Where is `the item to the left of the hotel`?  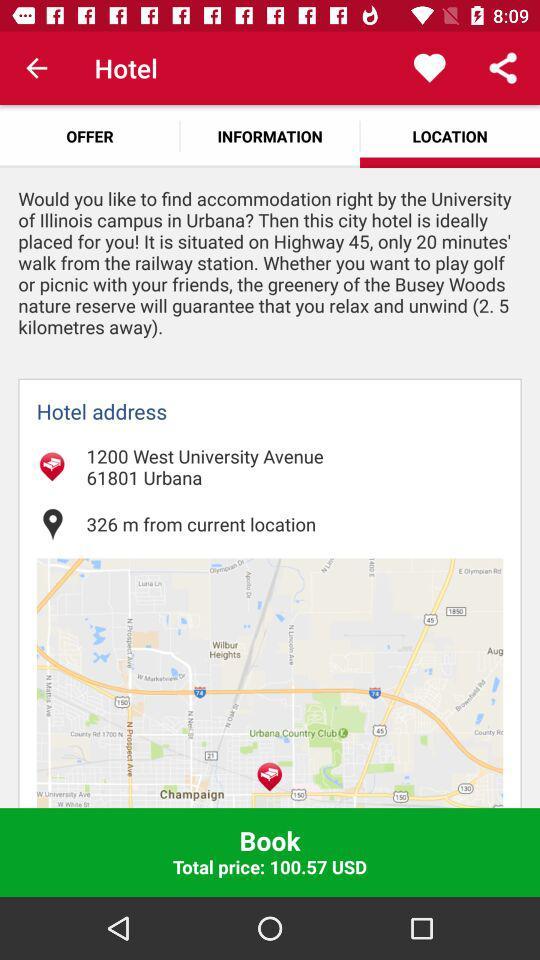 the item to the left of the hotel is located at coordinates (36, 68).